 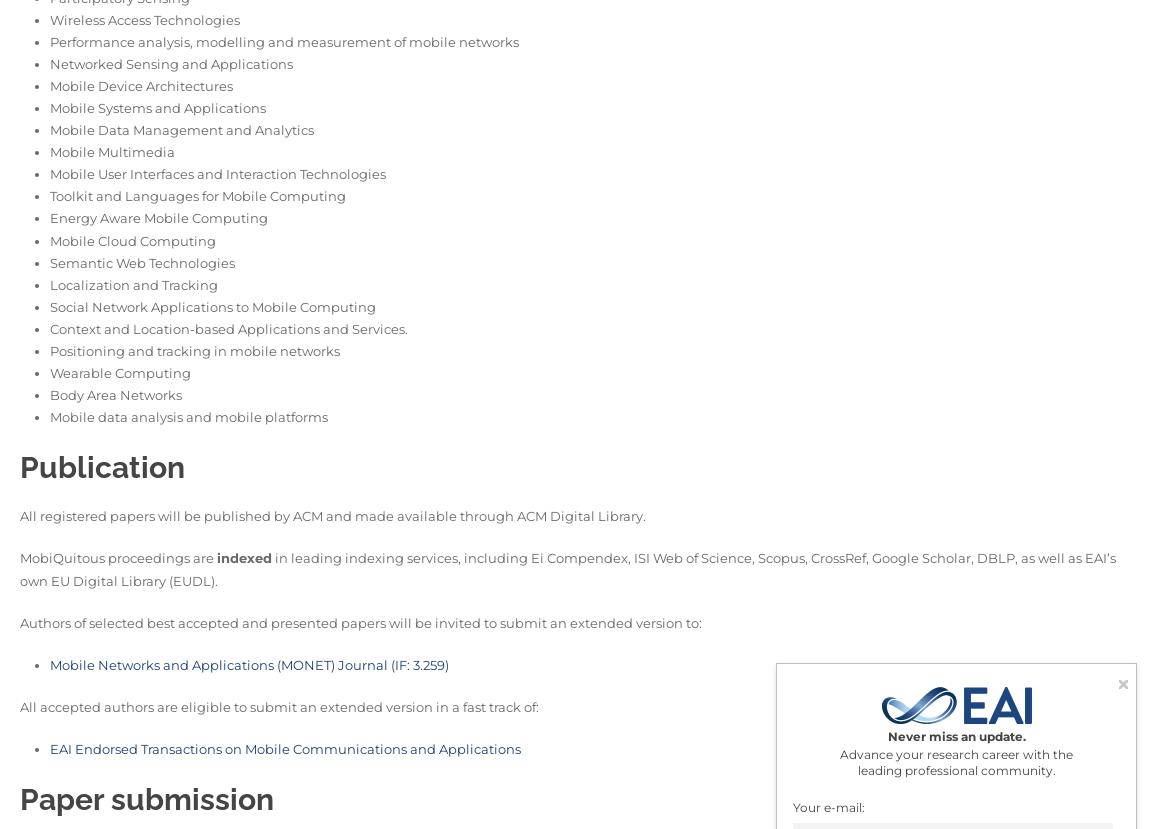 I want to click on 'Mobile User Interfaces and Interaction Technologies', so click(x=217, y=174).